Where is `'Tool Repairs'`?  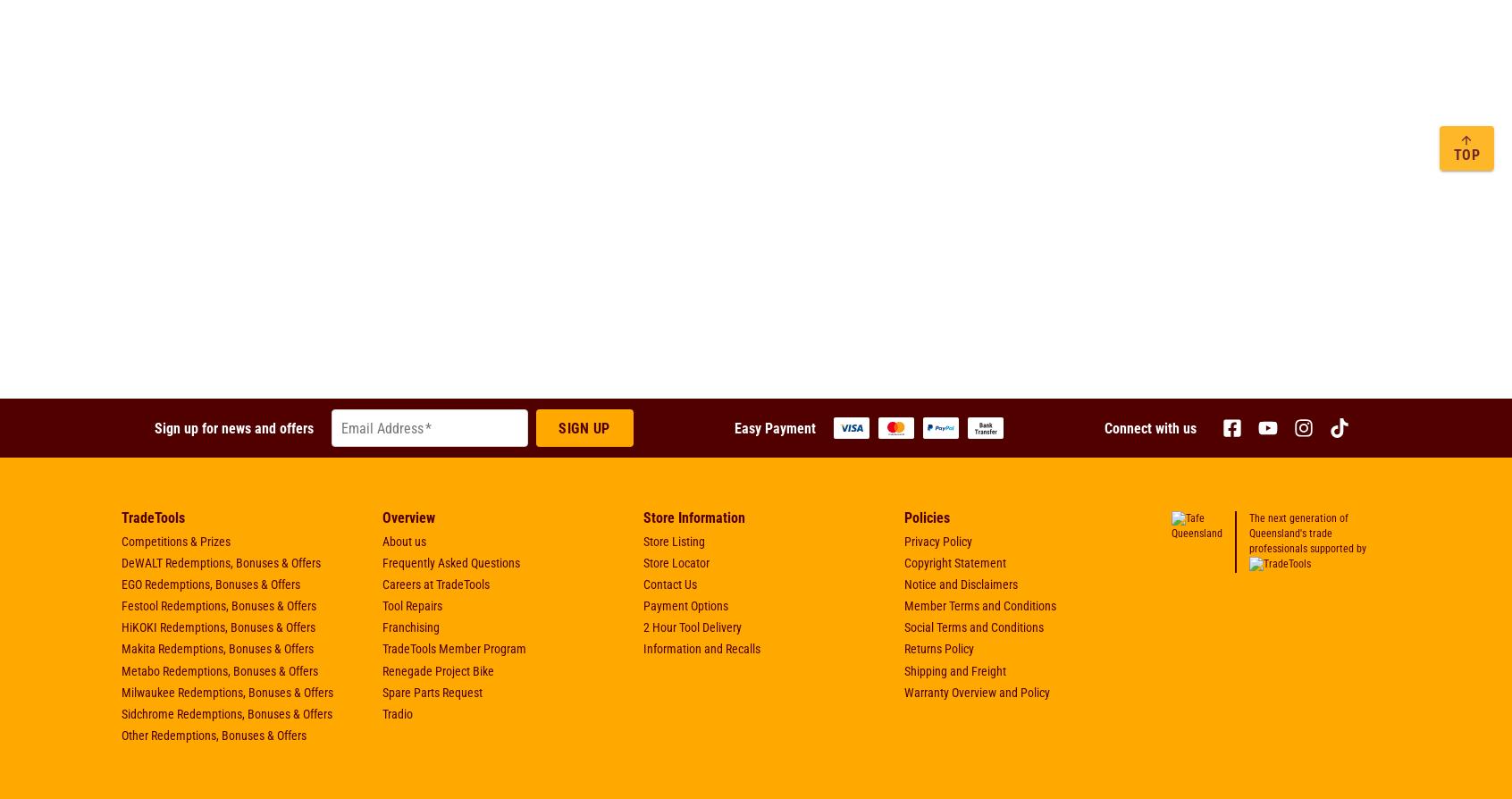
'Tool Repairs' is located at coordinates (411, 605).